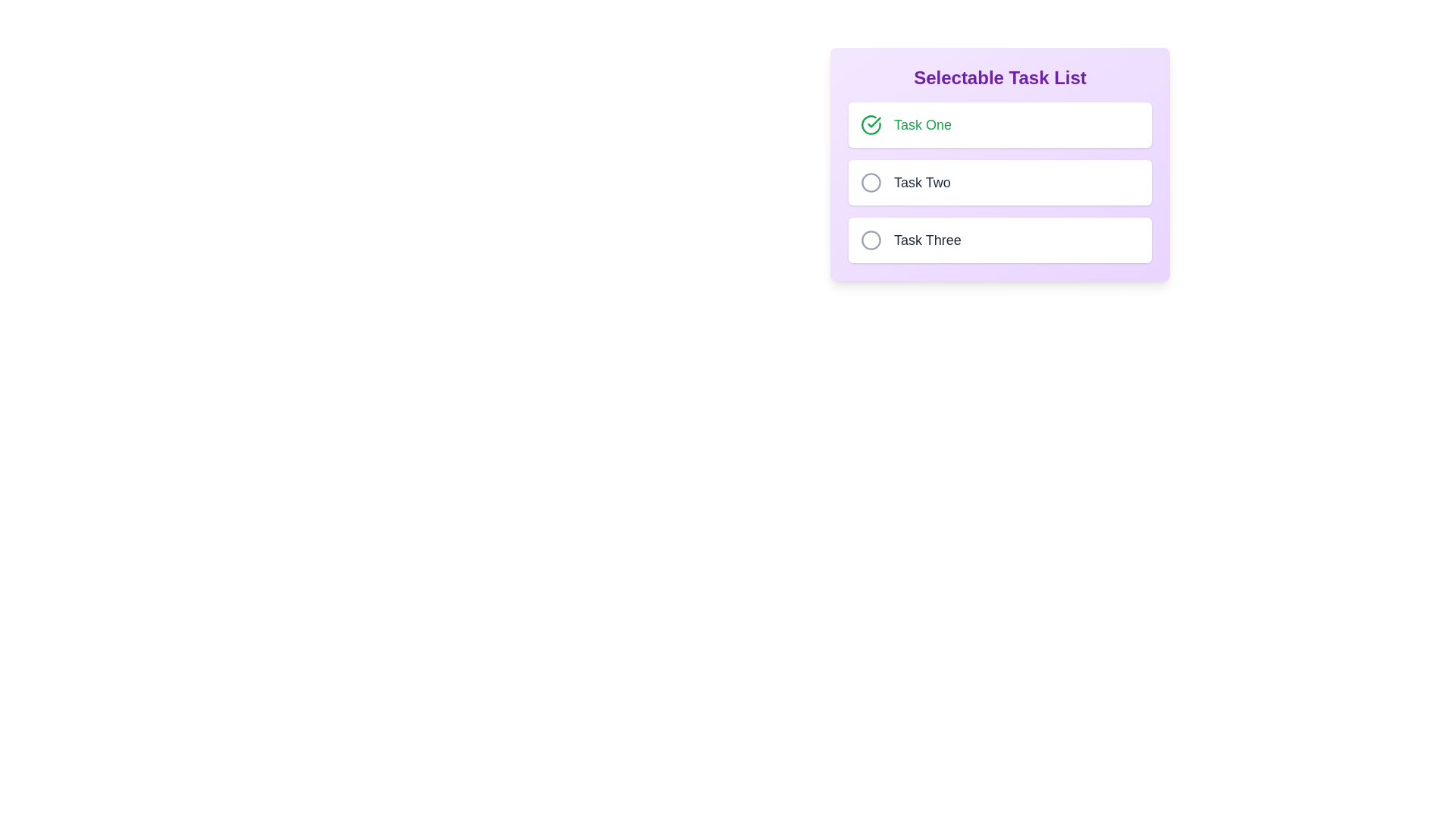  What do you see at coordinates (1000, 164) in the screenshot?
I see `the second list item in the 'Selectable Task List'` at bounding box center [1000, 164].